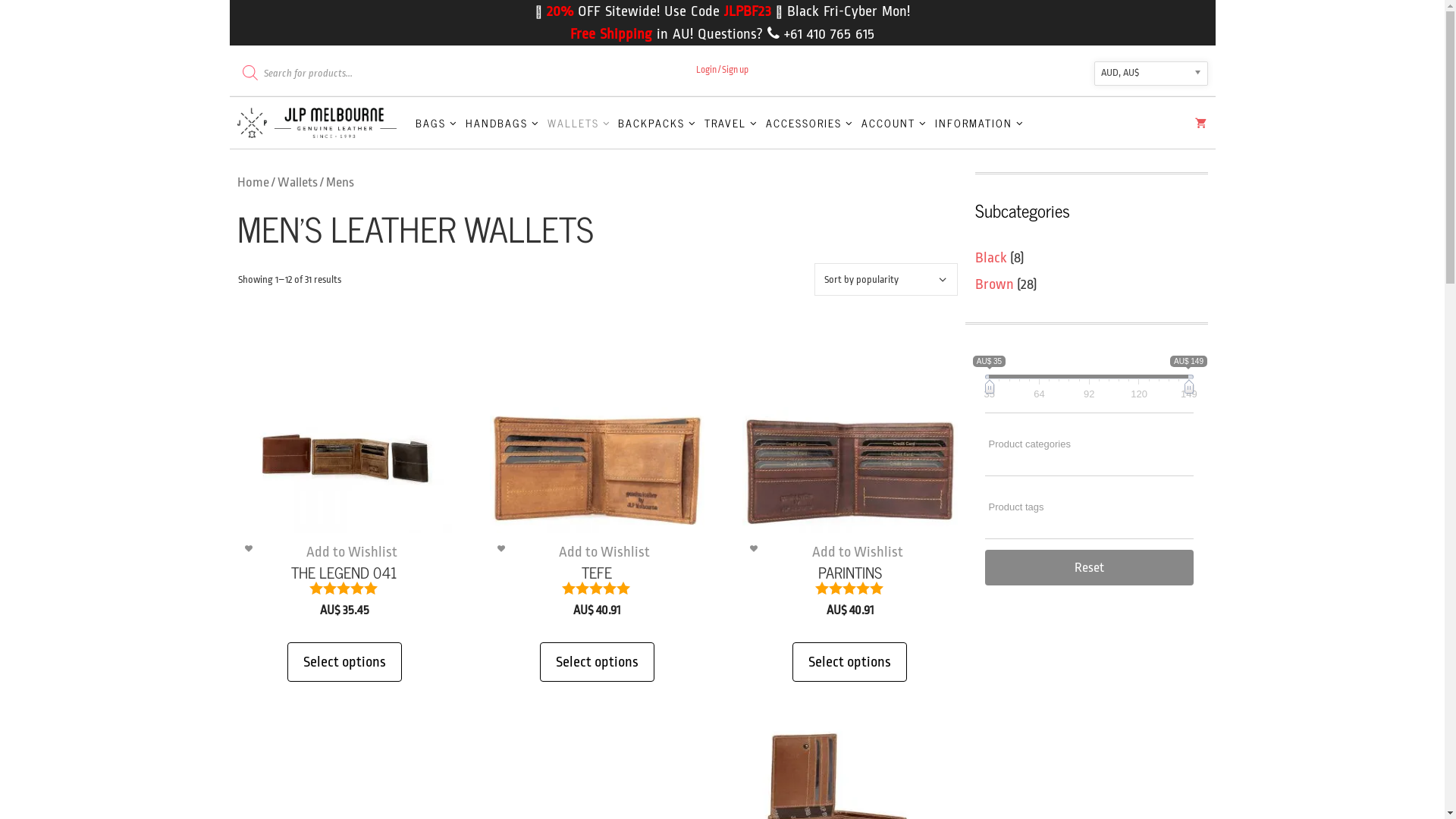 The height and width of the screenshot is (819, 1456). Describe the element at coordinates (502, 122) in the screenshot. I see `'HANDBAGS'` at that location.